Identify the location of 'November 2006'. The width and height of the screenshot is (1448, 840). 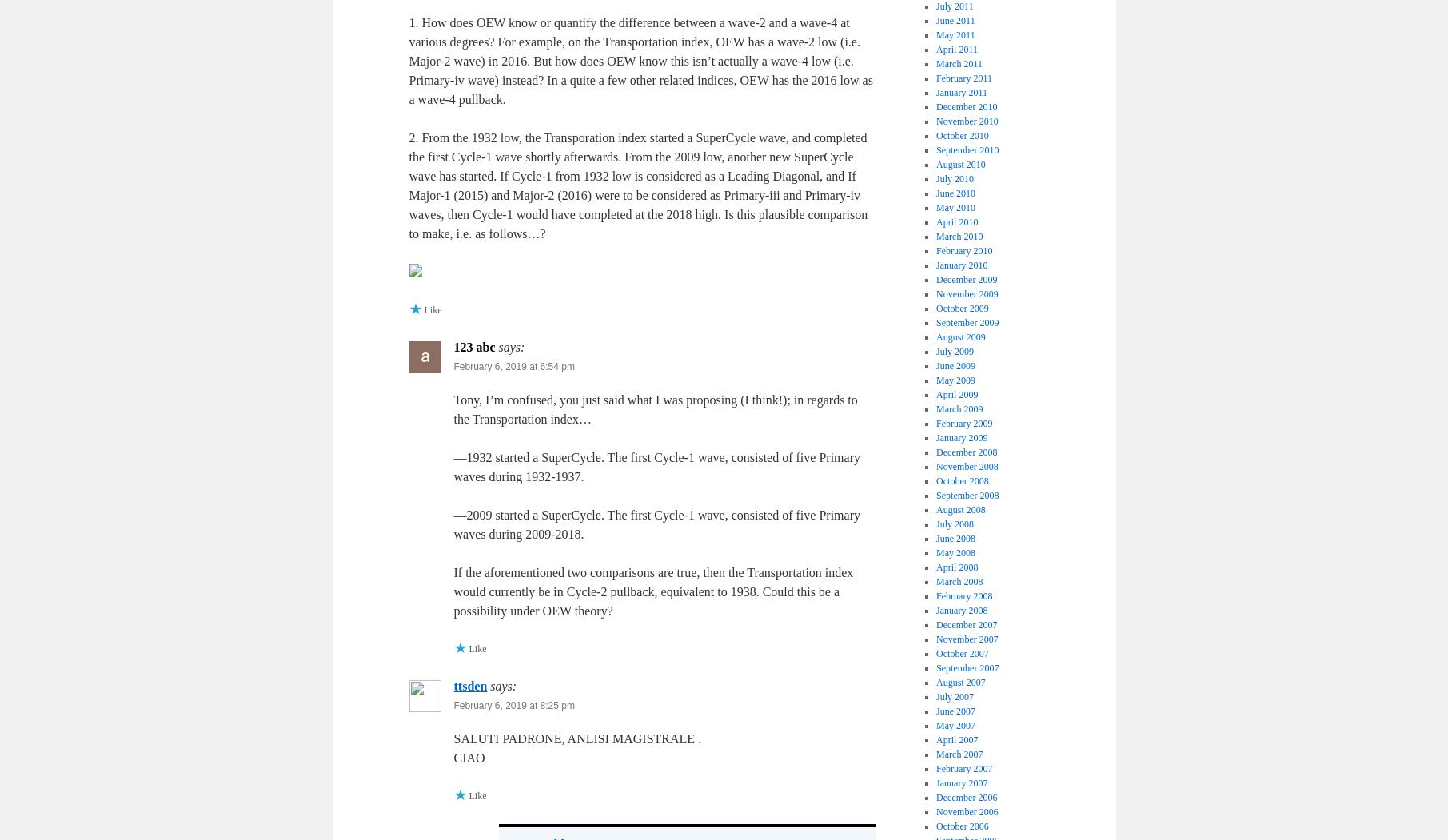
(935, 810).